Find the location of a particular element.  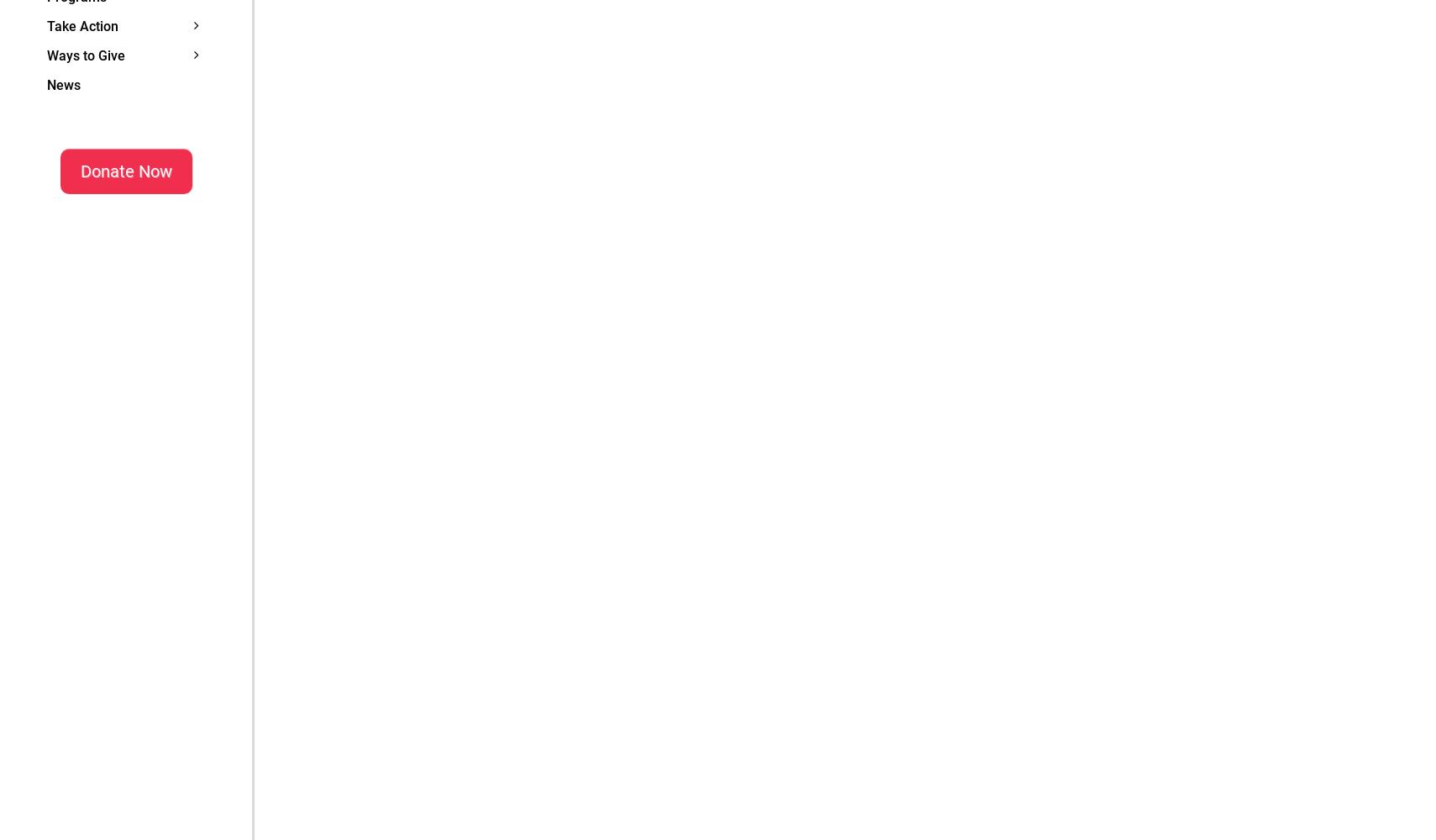

'Our Investors' is located at coordinates (318, 38).